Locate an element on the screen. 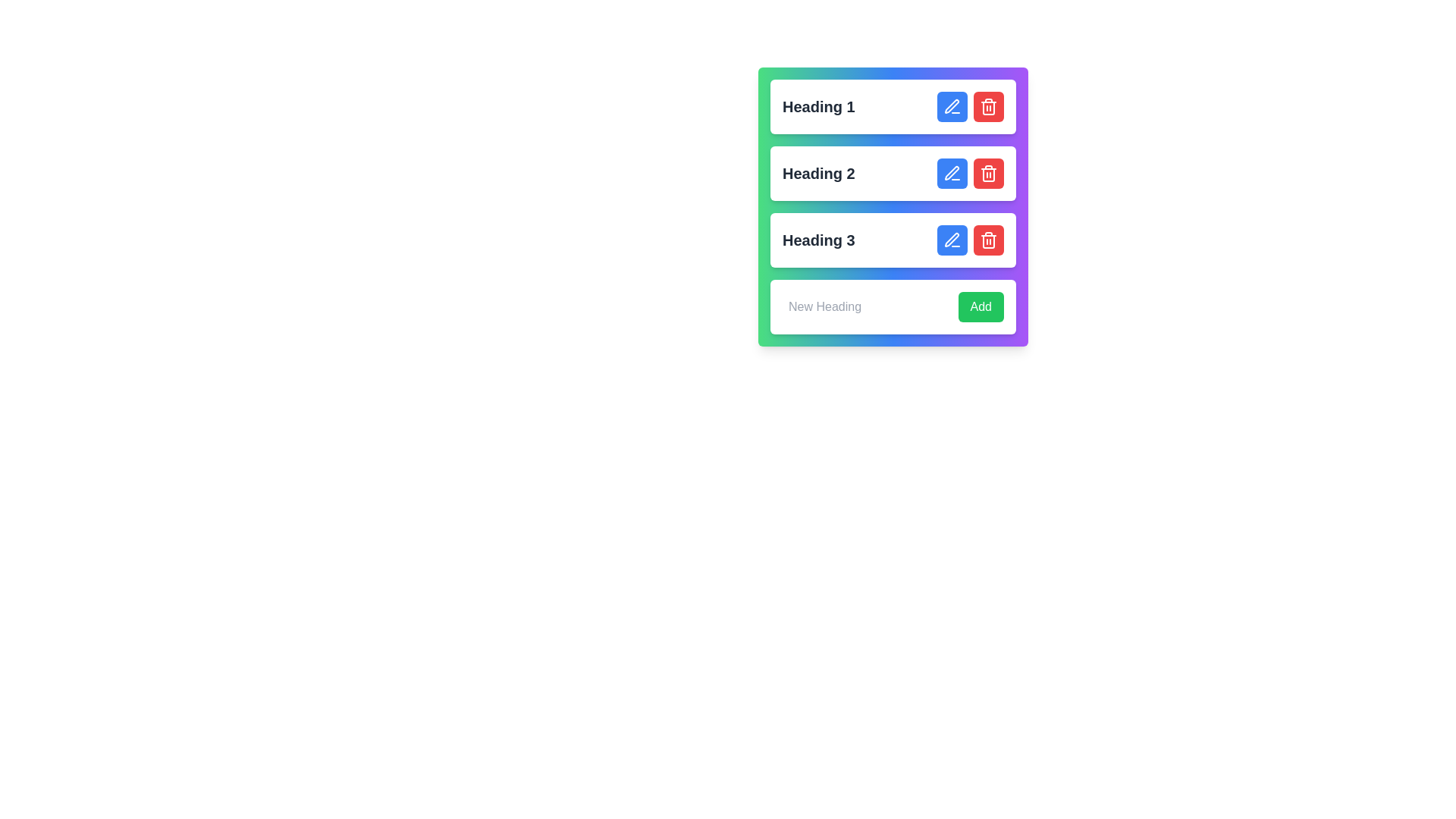  the edit icon button located in the first row next to 'Heading 1' to initiate editing is located at coordinates (952, 106).